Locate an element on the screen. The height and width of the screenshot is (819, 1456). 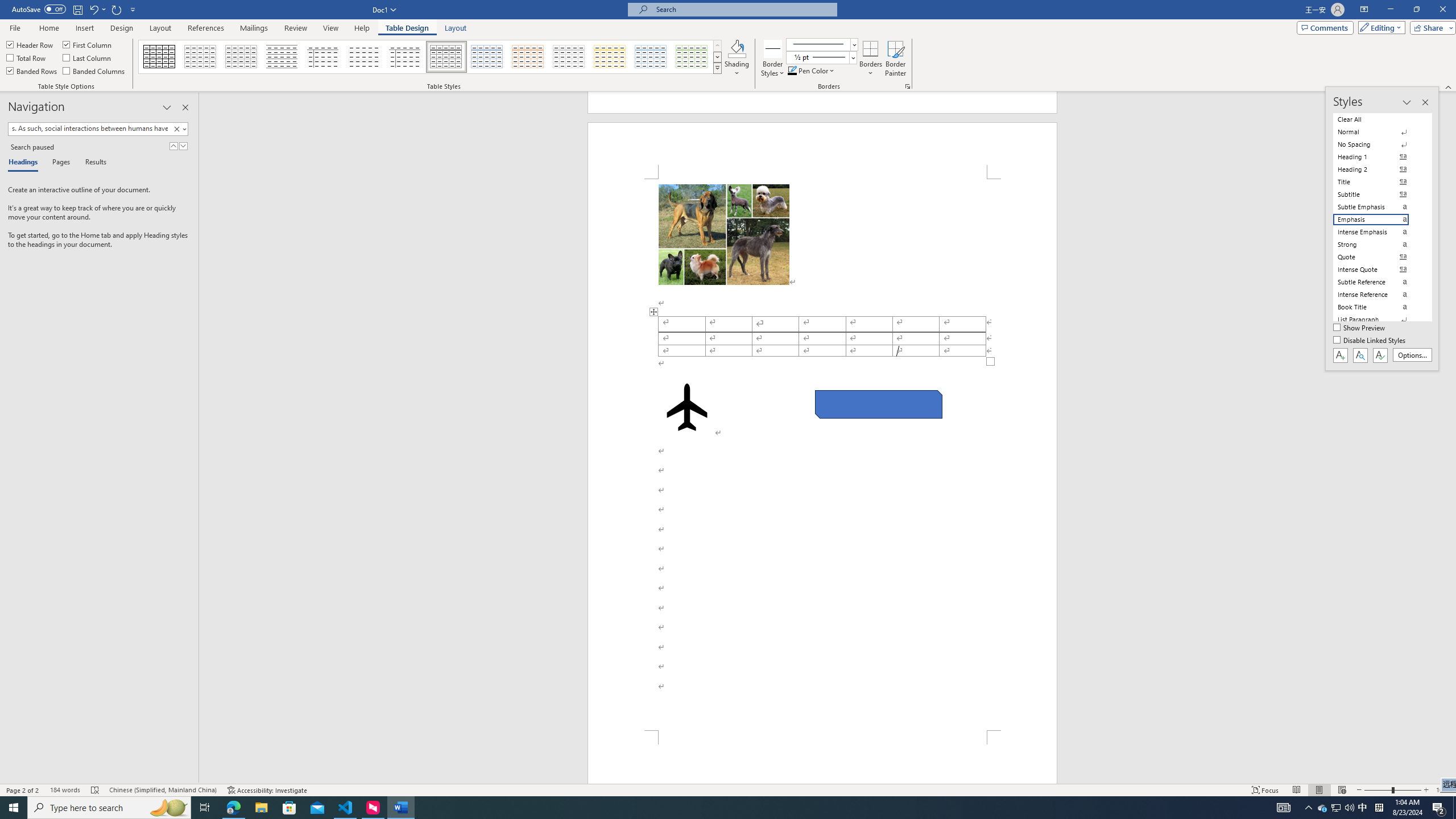
'Page 2 content' is located at coordinates (822, 454).